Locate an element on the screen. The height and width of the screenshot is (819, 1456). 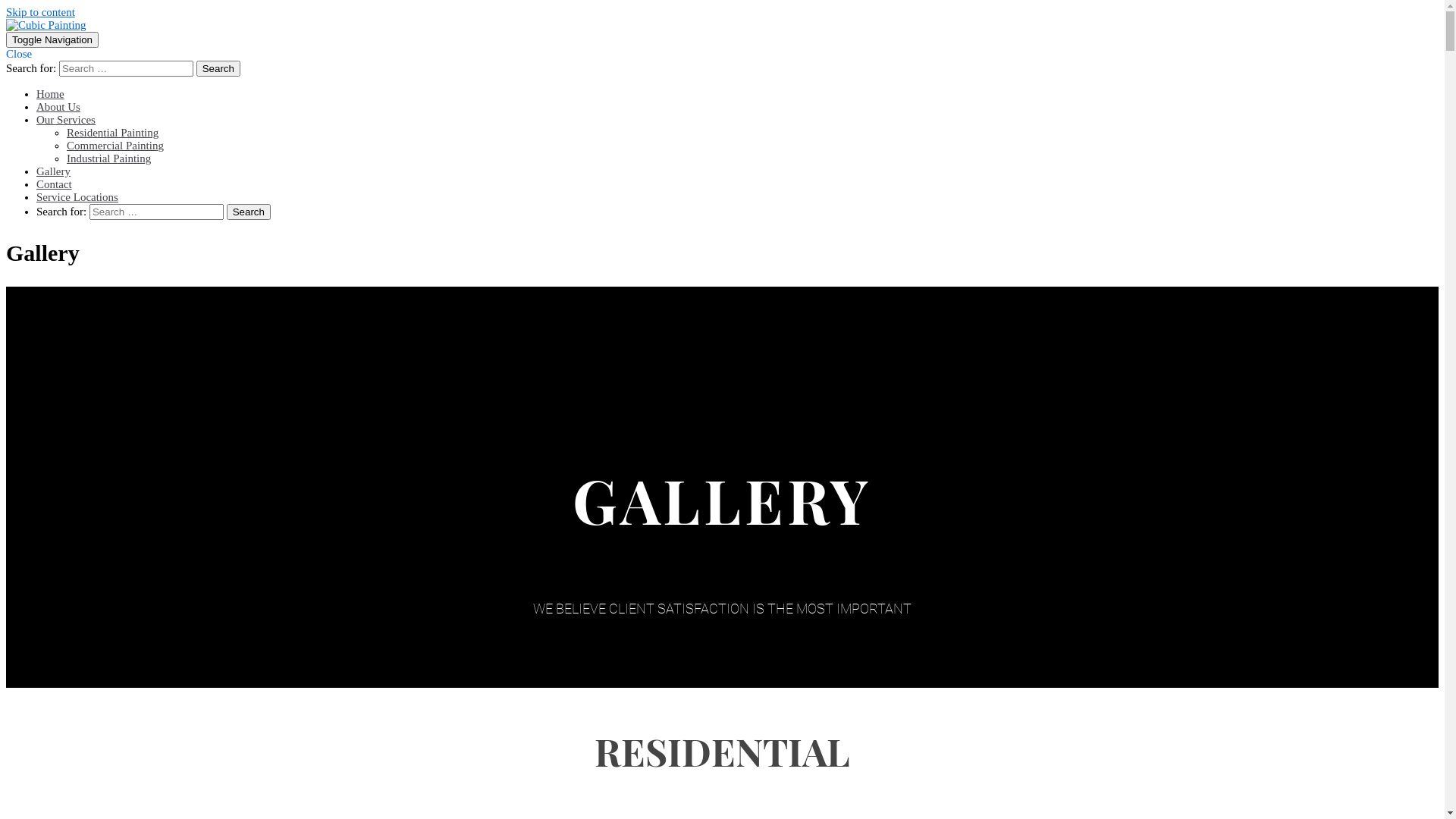
'Commercial Painting' is located at coordinates (115, 146).